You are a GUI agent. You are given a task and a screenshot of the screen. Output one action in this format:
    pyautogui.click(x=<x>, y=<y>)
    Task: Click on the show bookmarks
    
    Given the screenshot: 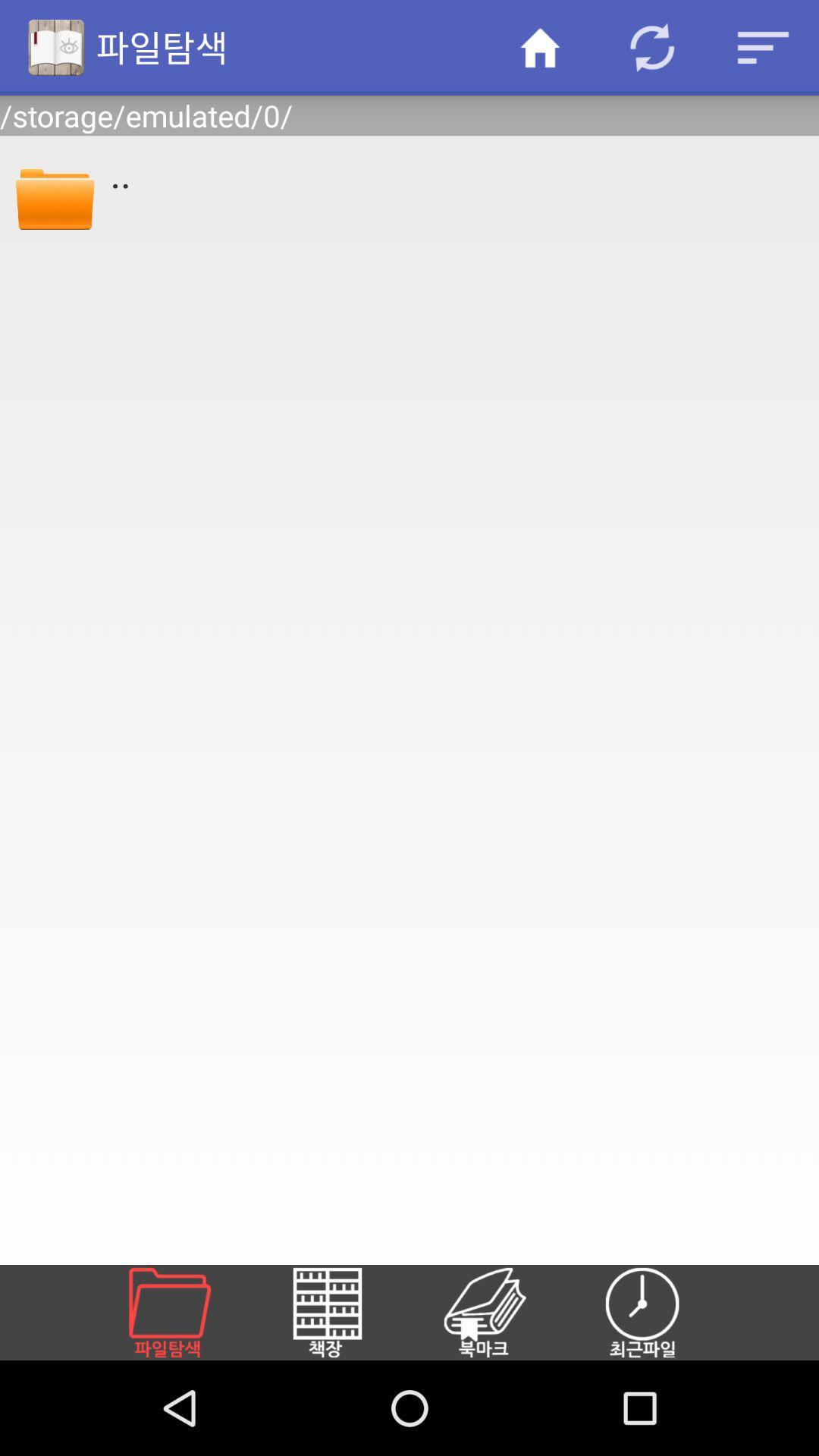 What is the action you would take?
    pyautogui.click(x=503, y=1312)
    